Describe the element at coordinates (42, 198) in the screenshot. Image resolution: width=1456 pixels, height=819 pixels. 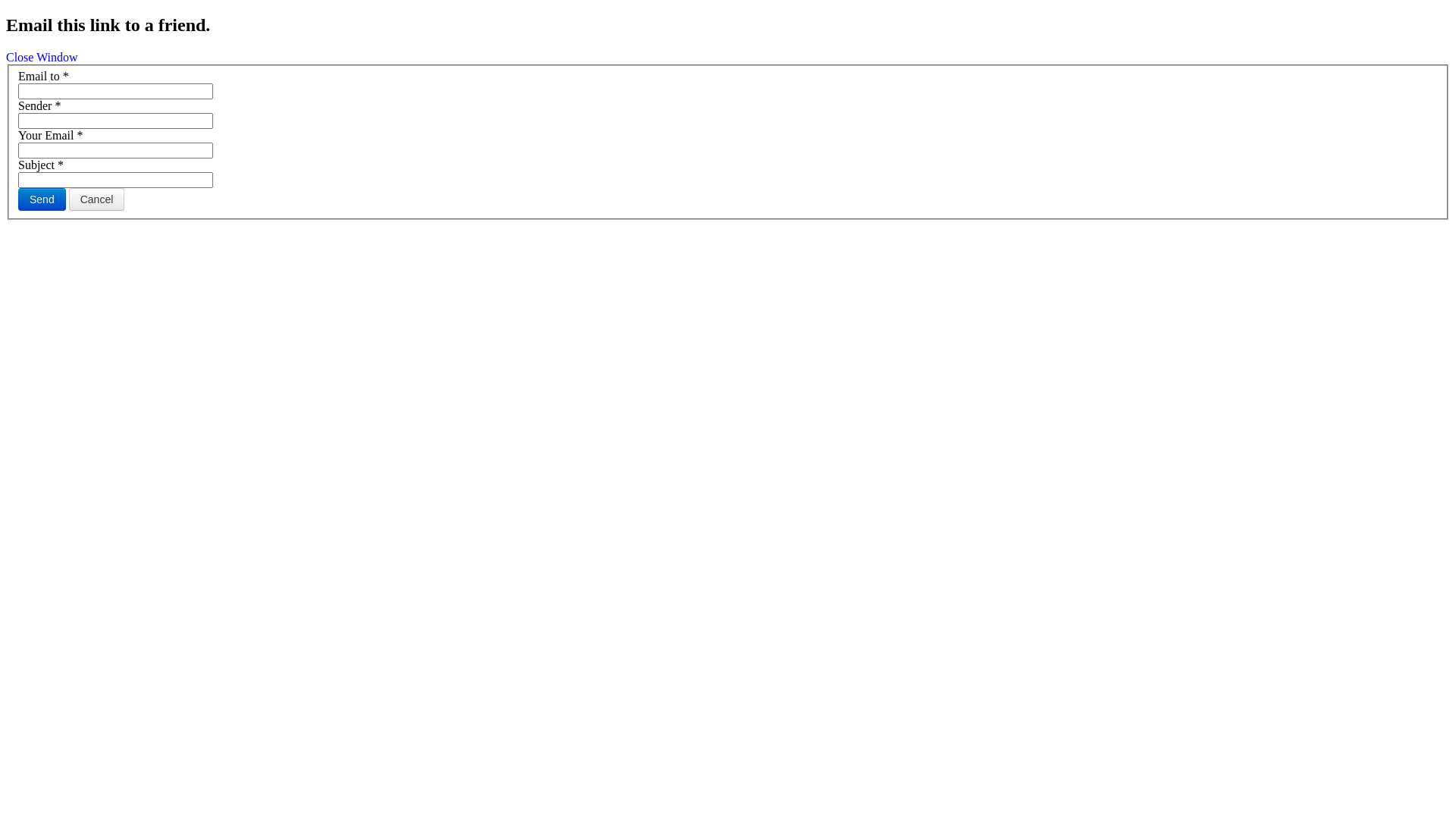
I see `'Send'` at that location.